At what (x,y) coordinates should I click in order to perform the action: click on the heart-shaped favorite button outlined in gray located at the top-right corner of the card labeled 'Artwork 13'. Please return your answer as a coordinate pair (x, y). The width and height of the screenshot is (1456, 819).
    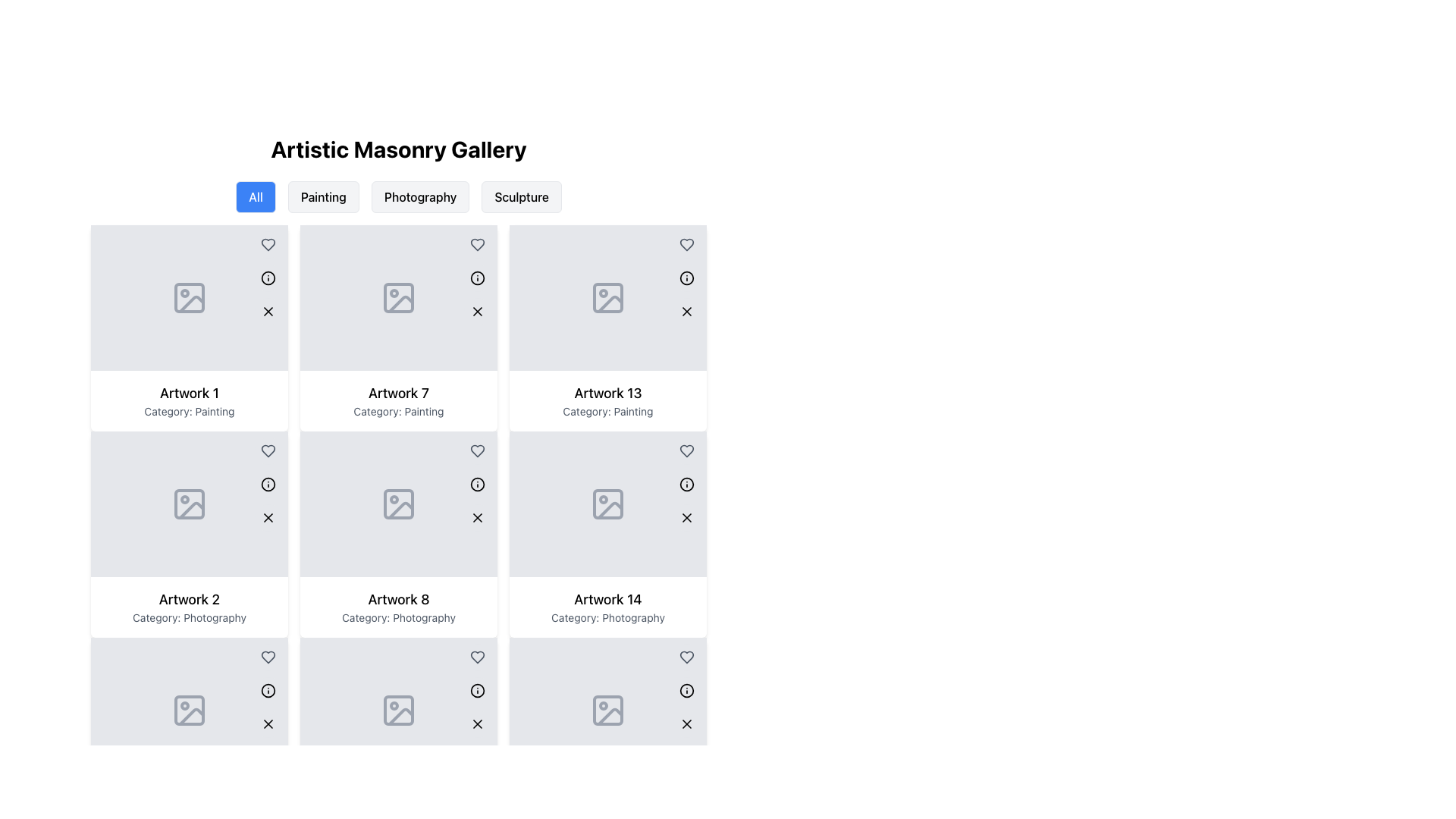
    Looking at the image, I should click on (686, 450).